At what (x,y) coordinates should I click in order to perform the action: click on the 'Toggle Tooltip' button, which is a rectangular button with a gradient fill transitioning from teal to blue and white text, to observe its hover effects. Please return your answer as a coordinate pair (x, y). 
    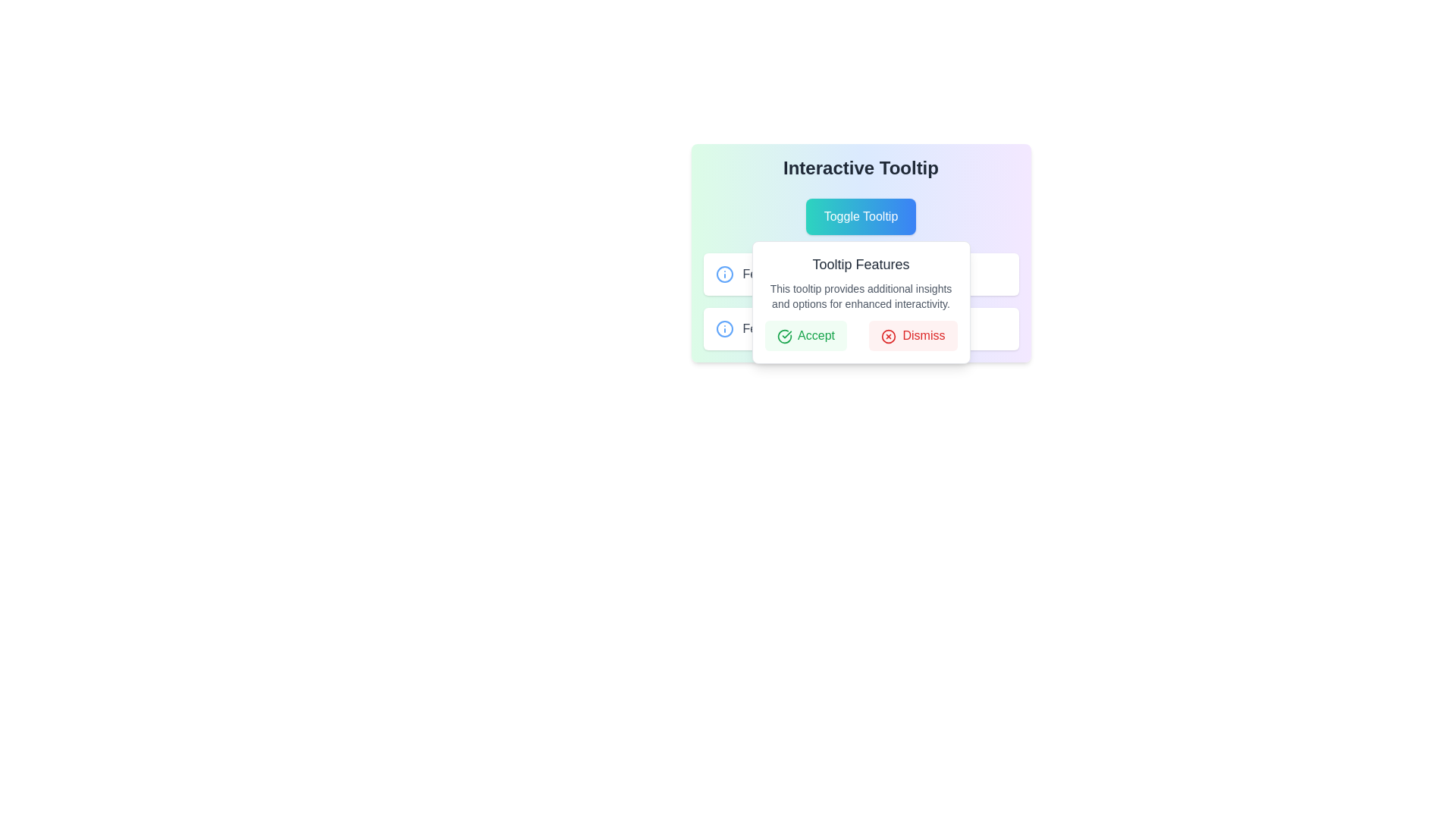
    Looking at the image, I should click on (861, 216).